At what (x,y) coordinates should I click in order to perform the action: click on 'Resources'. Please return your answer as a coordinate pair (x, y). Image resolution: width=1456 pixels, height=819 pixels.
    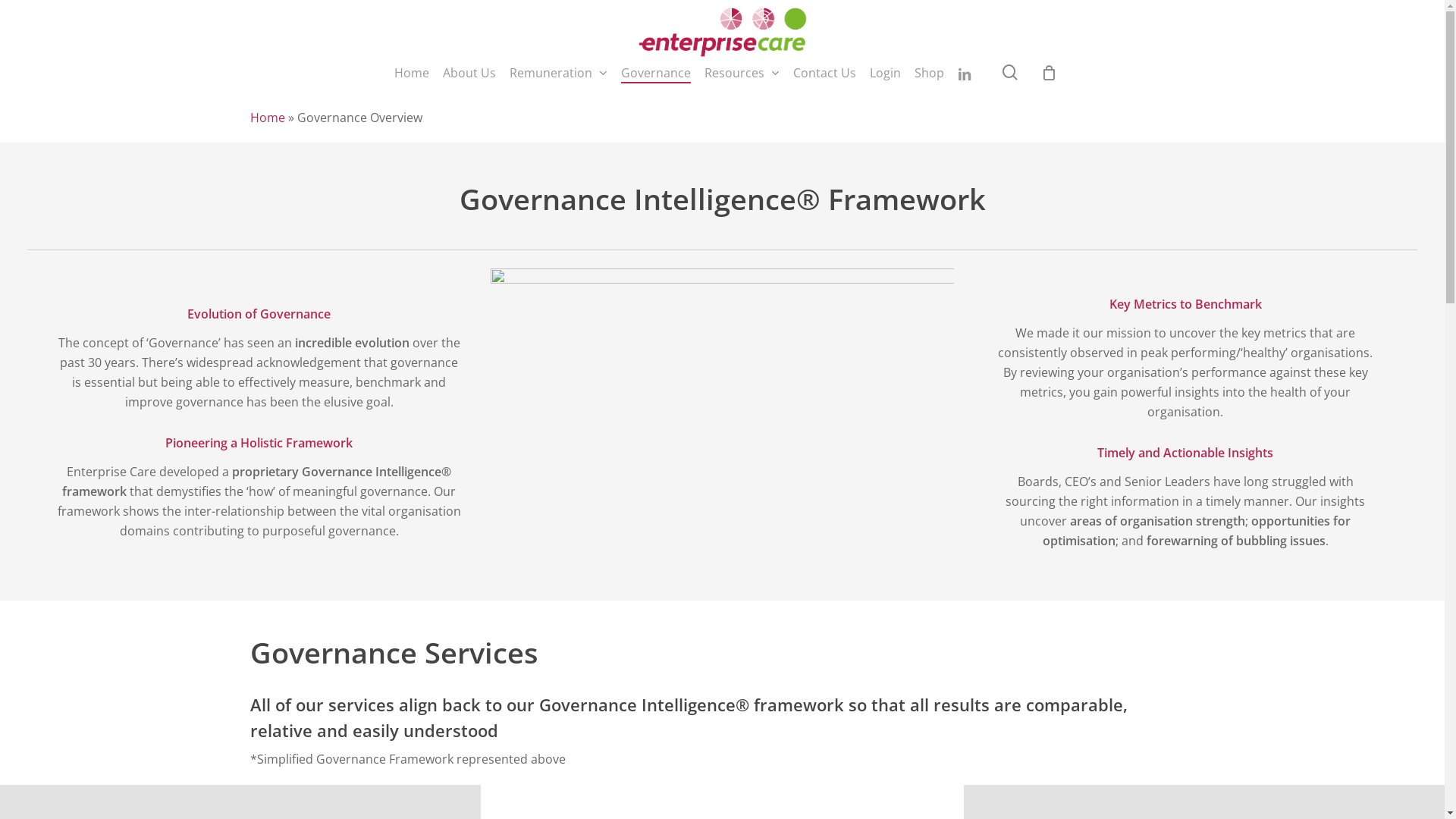
    Looking at the image, I should click on (742, 73).